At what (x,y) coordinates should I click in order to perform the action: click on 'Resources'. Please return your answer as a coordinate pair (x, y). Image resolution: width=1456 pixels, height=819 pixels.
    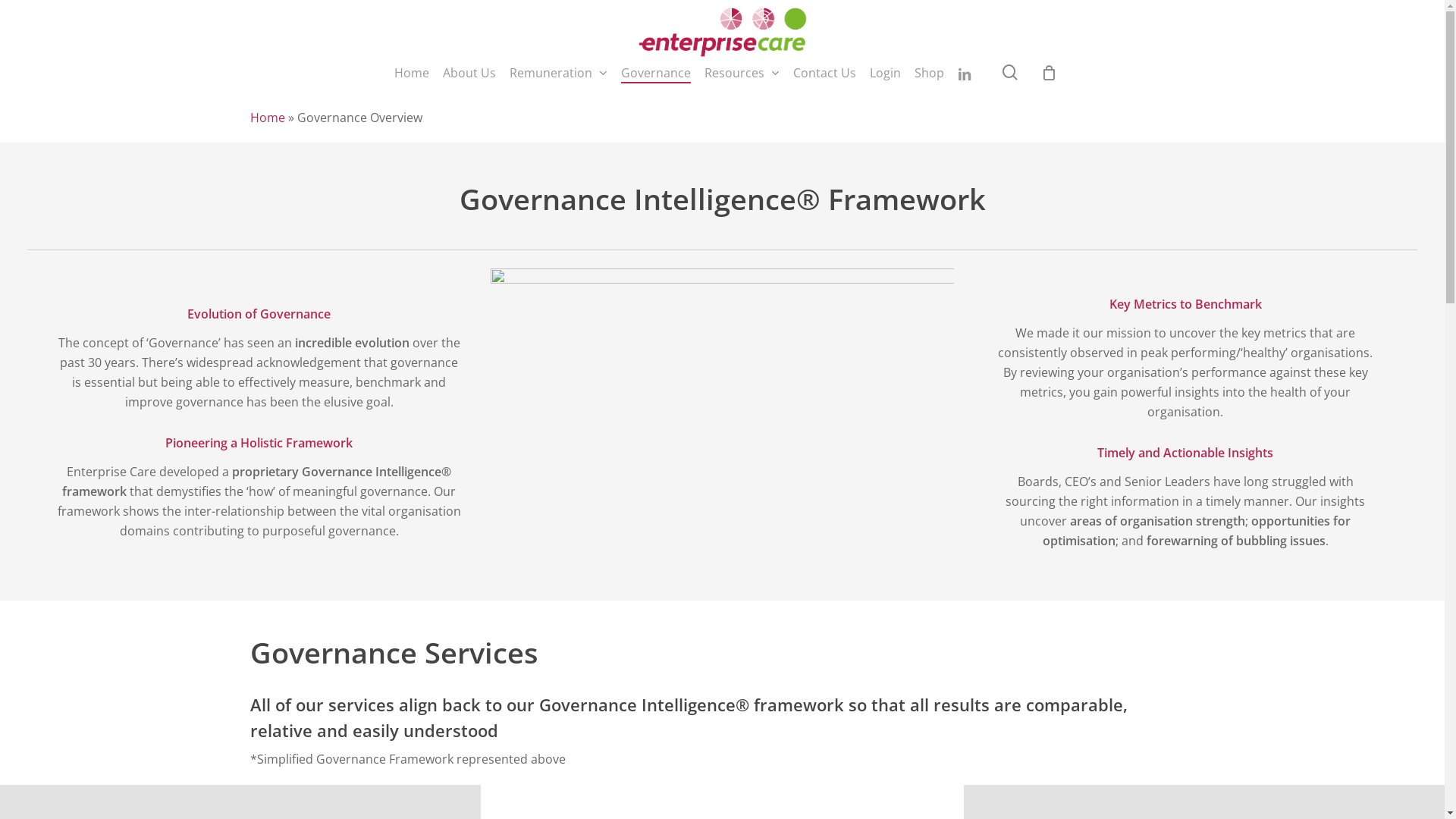
    Looking at the image, I should click on (742, 73).